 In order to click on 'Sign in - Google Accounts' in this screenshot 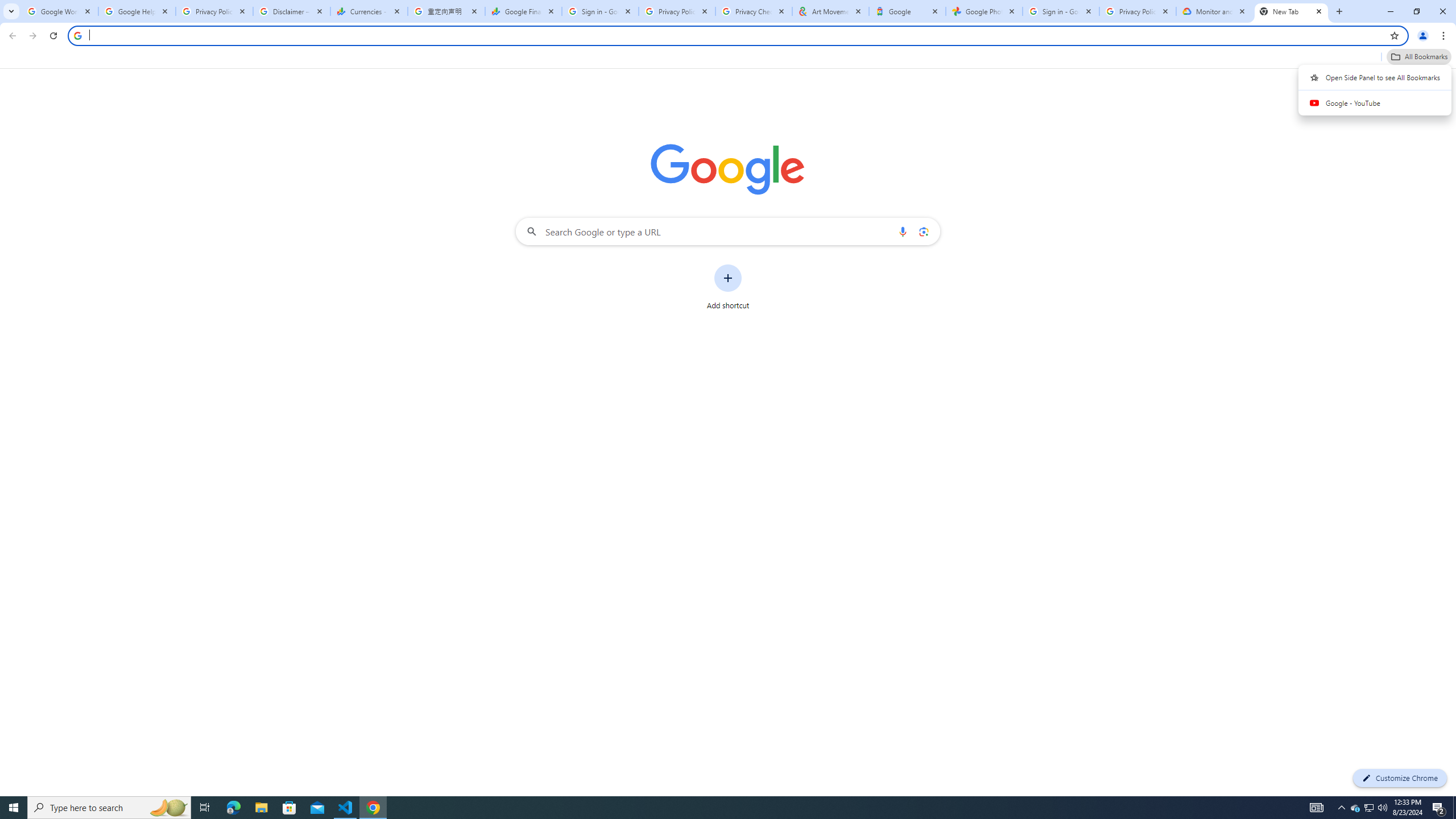, I will do `click(599, 11)`.